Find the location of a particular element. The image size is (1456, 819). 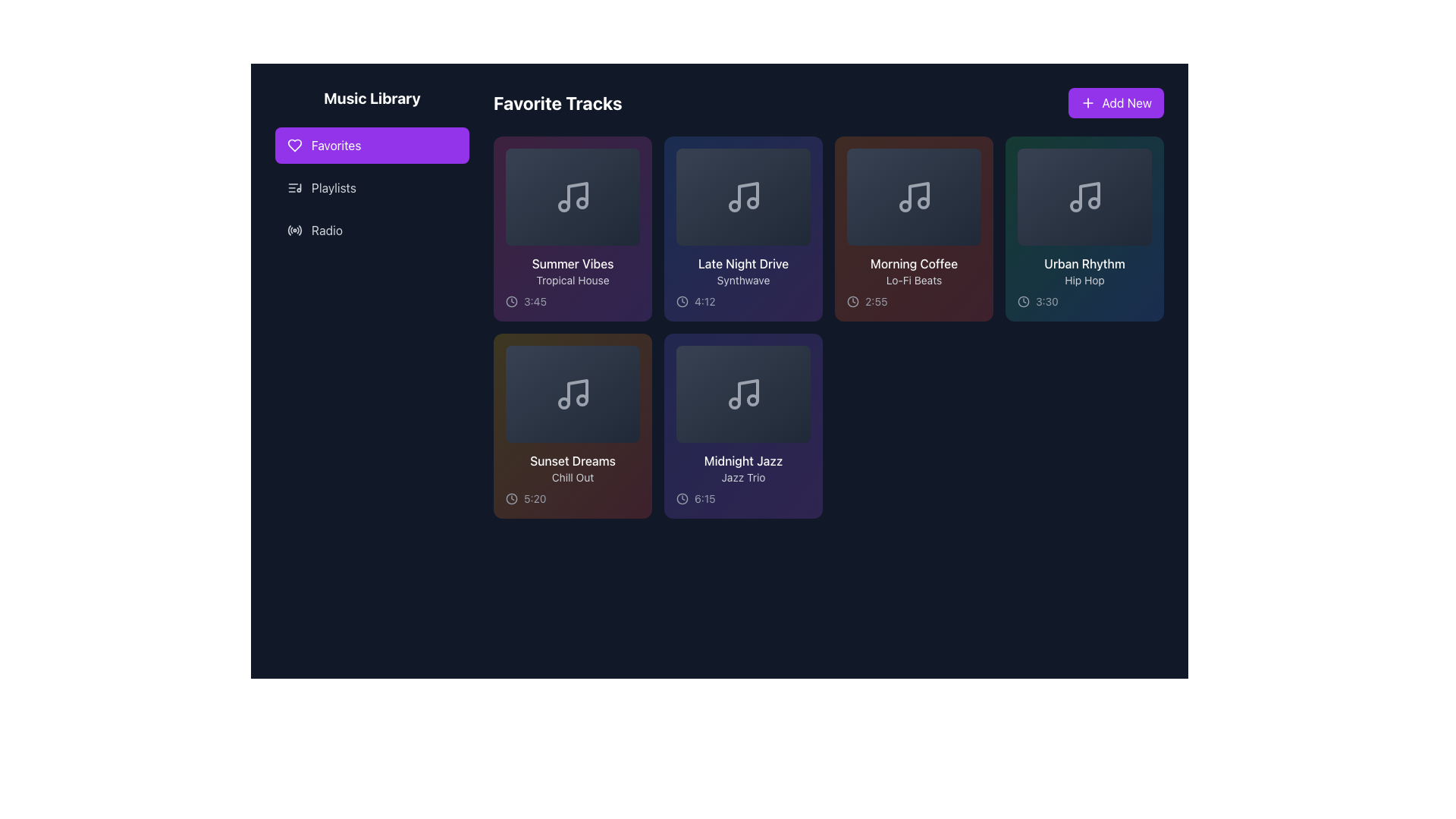

the icon located in the top-right corner of the 'Urban Rhythm' card to highlight it is located at coordinates (1143, 158).